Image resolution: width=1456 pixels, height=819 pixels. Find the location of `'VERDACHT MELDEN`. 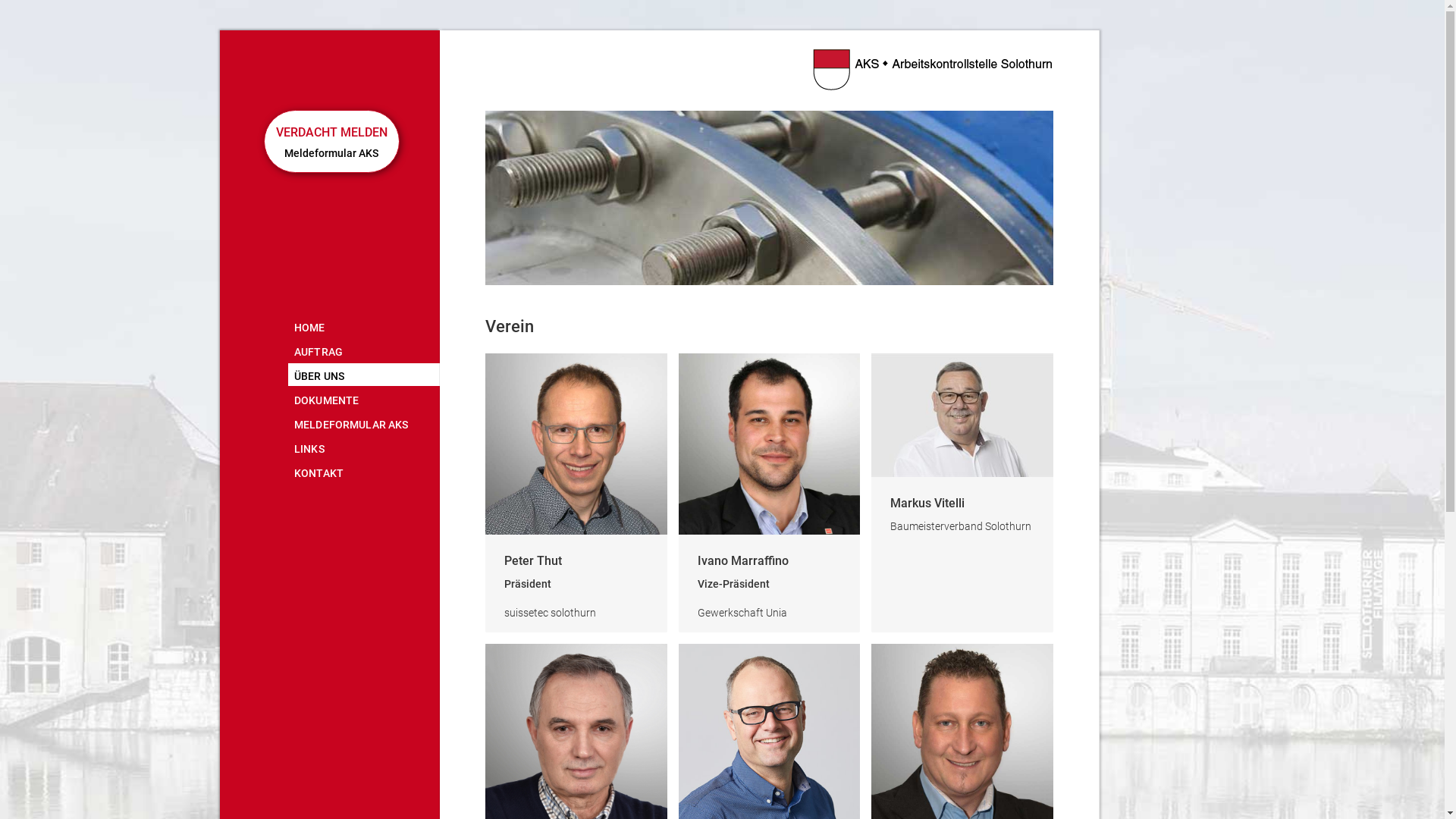

'VERDACHT MELDEN is located at coordinates (329, 131).